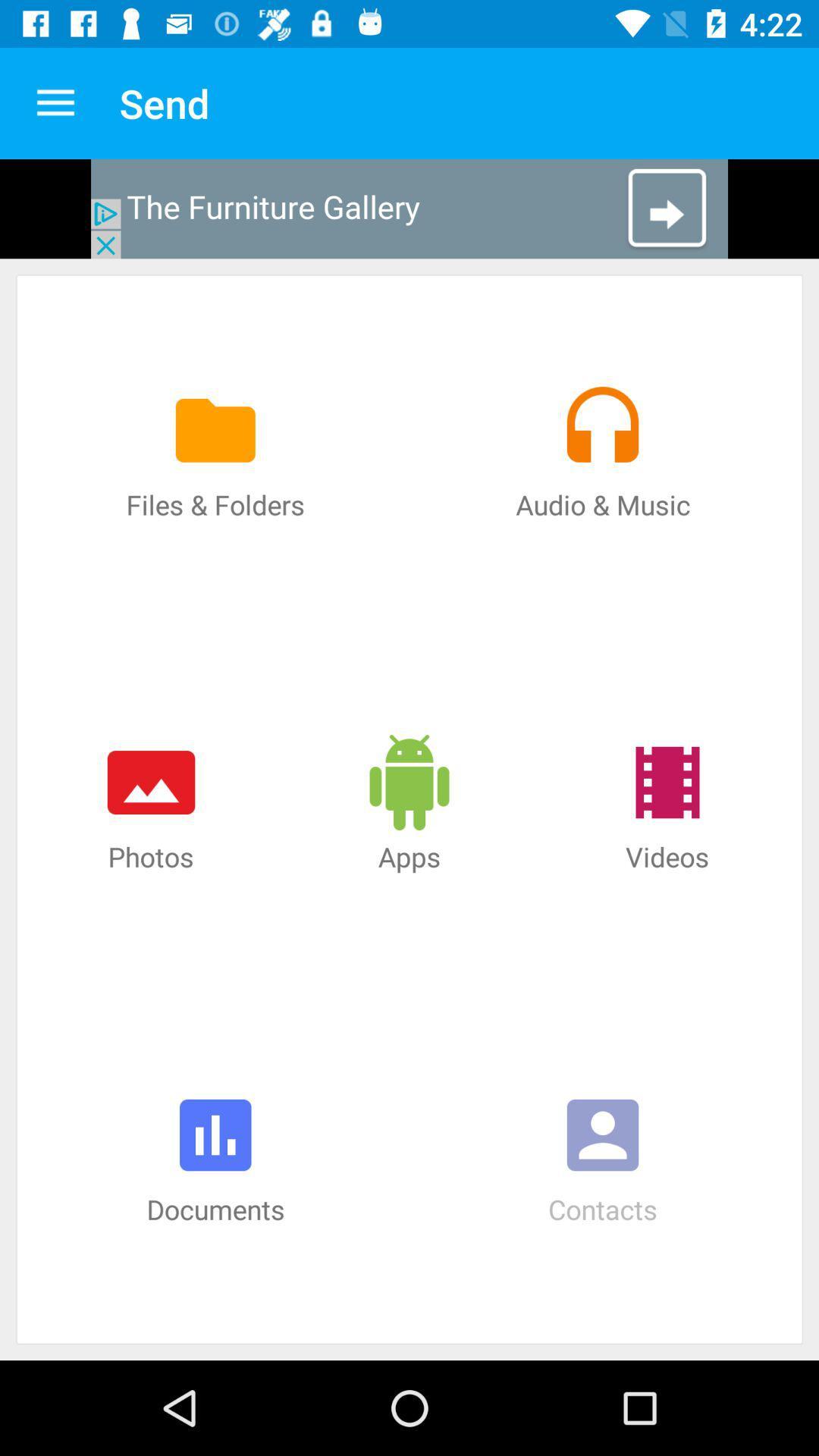 The width and height of the screenshot is (819, 1456). Describe the element at coordinates (409, 208) in the screenshot. I see `see advertisement` at that location.